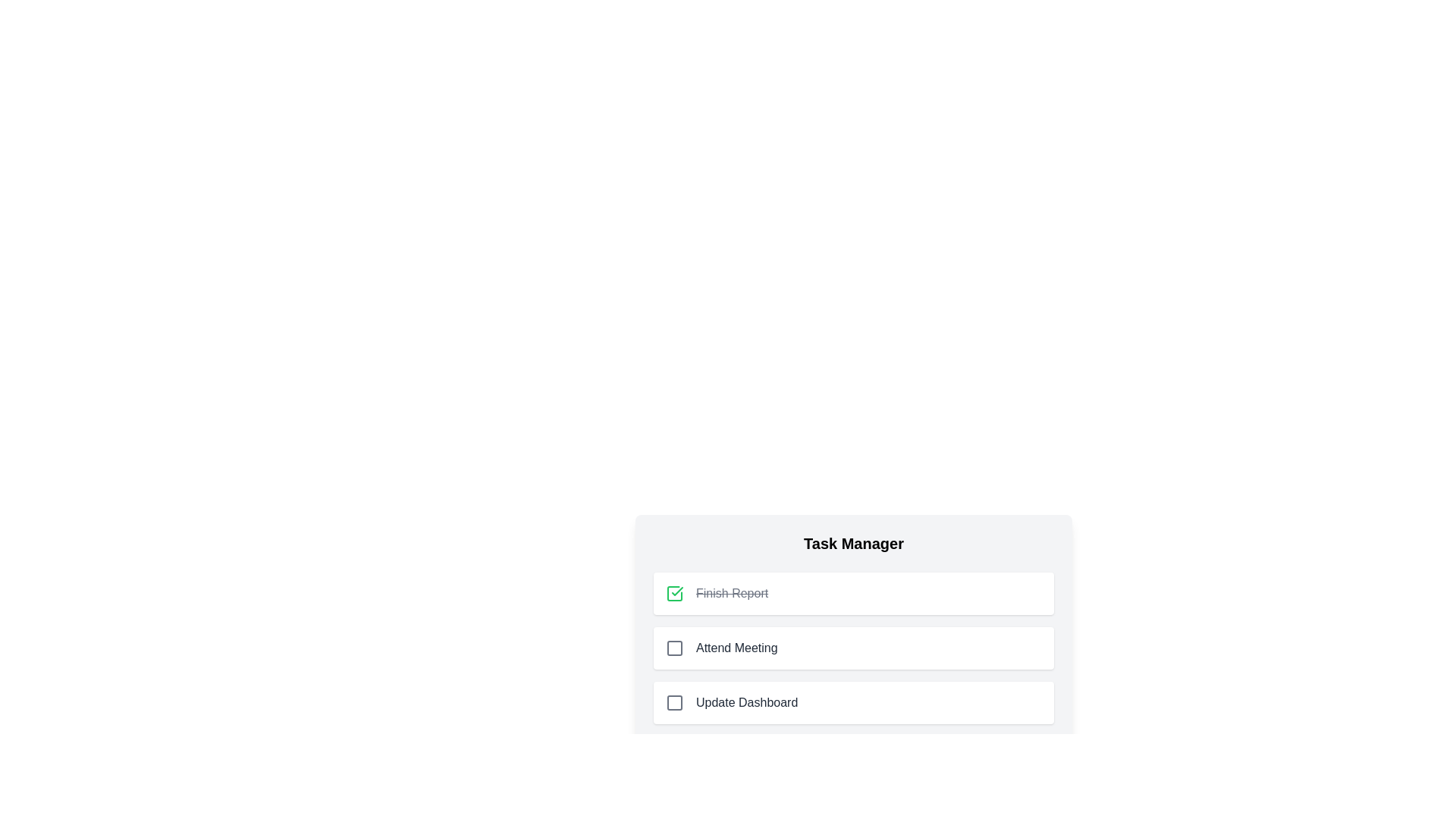 Image resolution: width=1456 pixels, height=819 pixels. I want to click on the Checkbox icon positioned to the far left of the 'Attend Meeting' item in the task list, so click(673, 648).